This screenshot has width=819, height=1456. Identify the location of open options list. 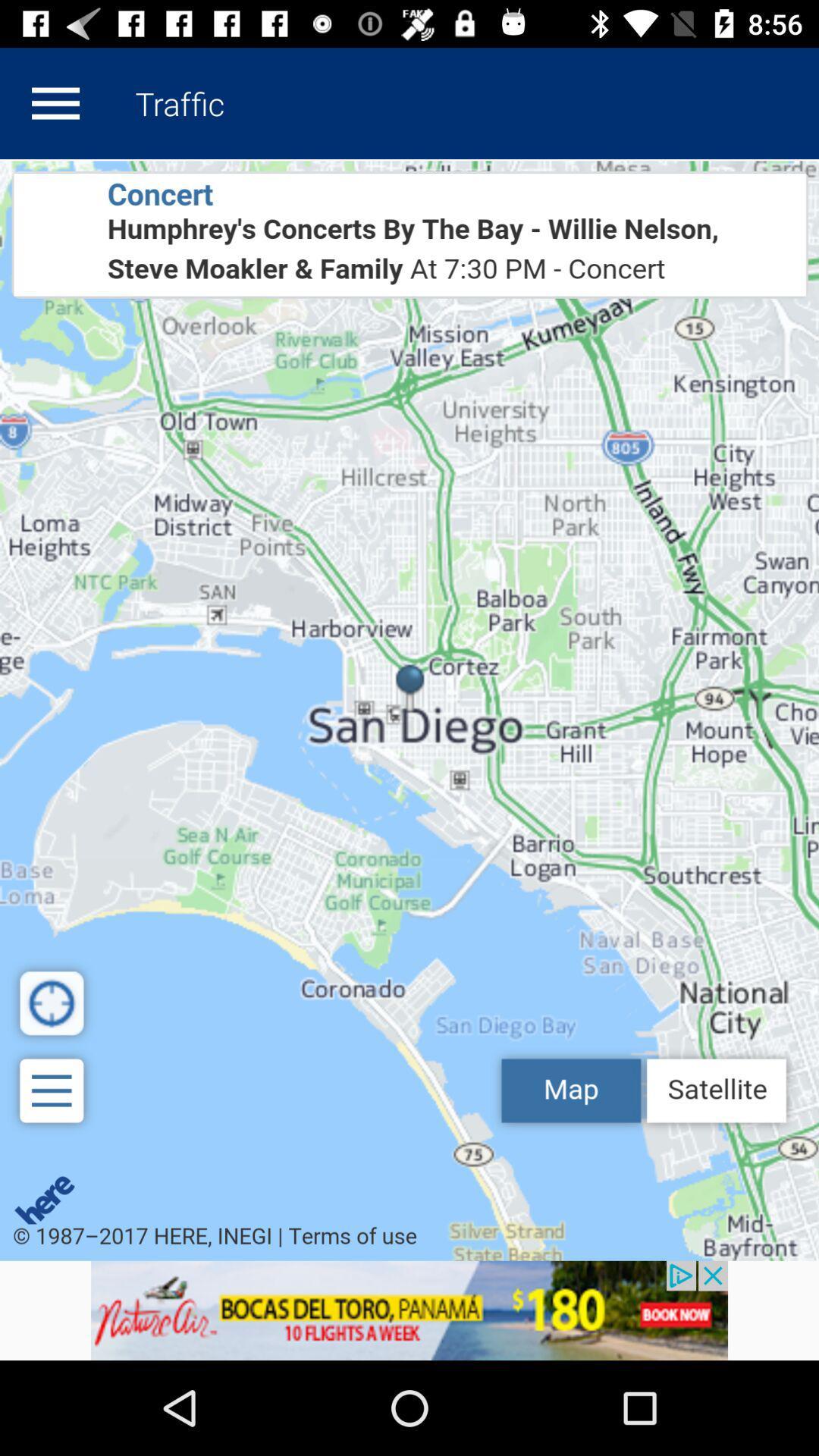
(55, 102).